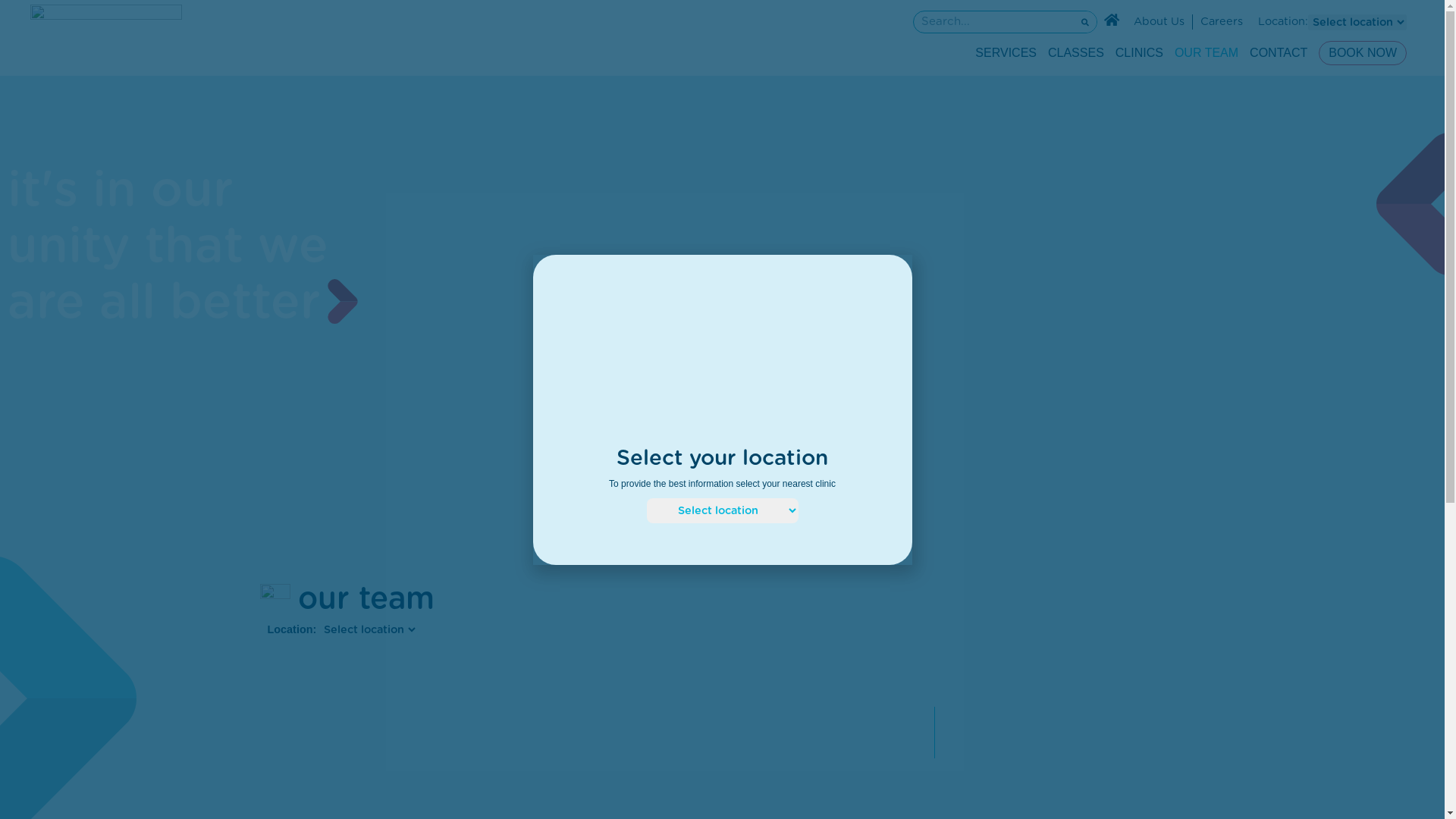 Image resolution: width=1456 pixels, height=819 pixels. I want to click on 'CONTACT', so click(1277, 52).